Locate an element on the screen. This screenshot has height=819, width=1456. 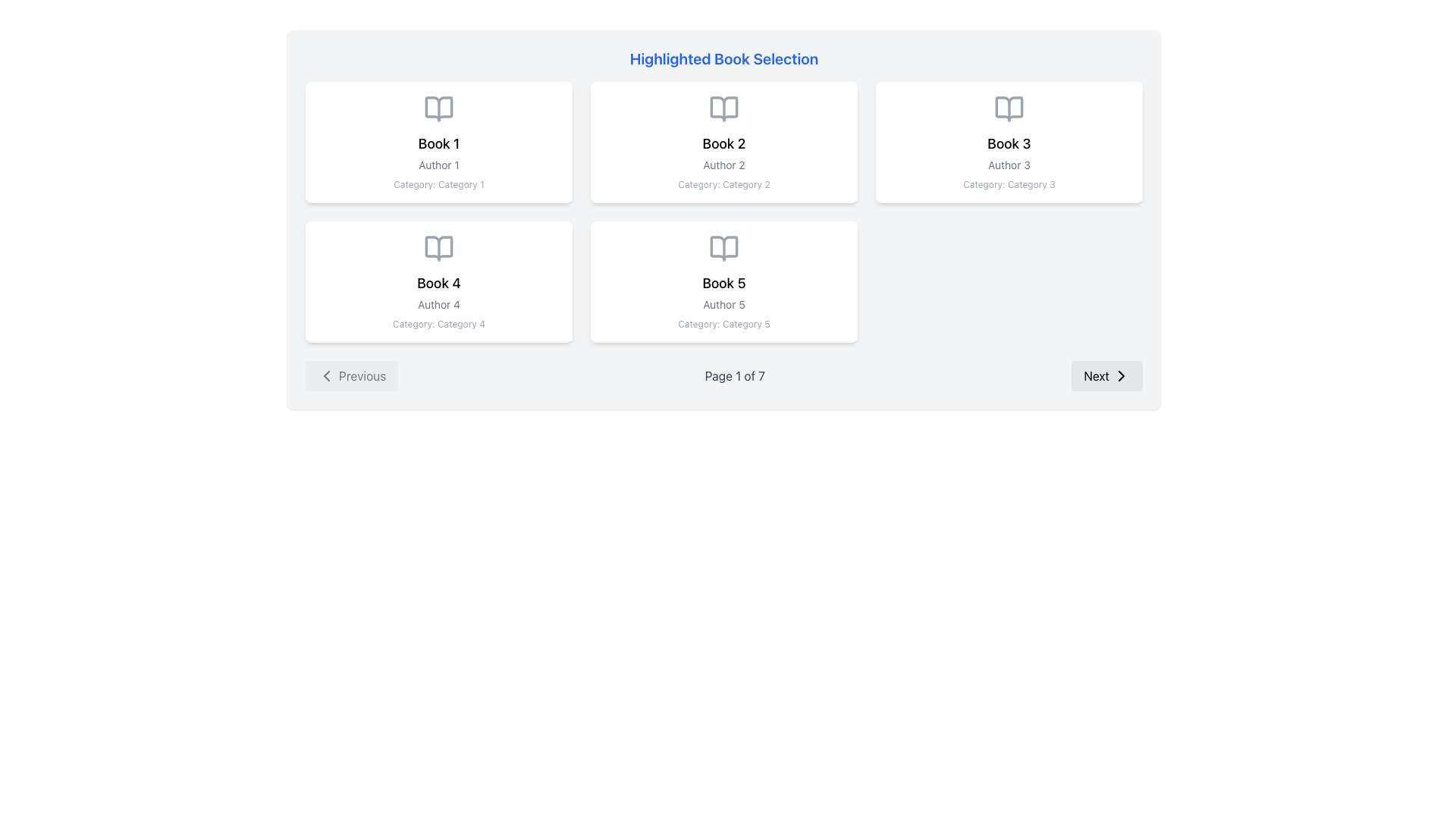
the book icon located in the card labeled 'Book 4', which is positioned centrally above the title text 'Book 4' is located at coordinates (438, 247).